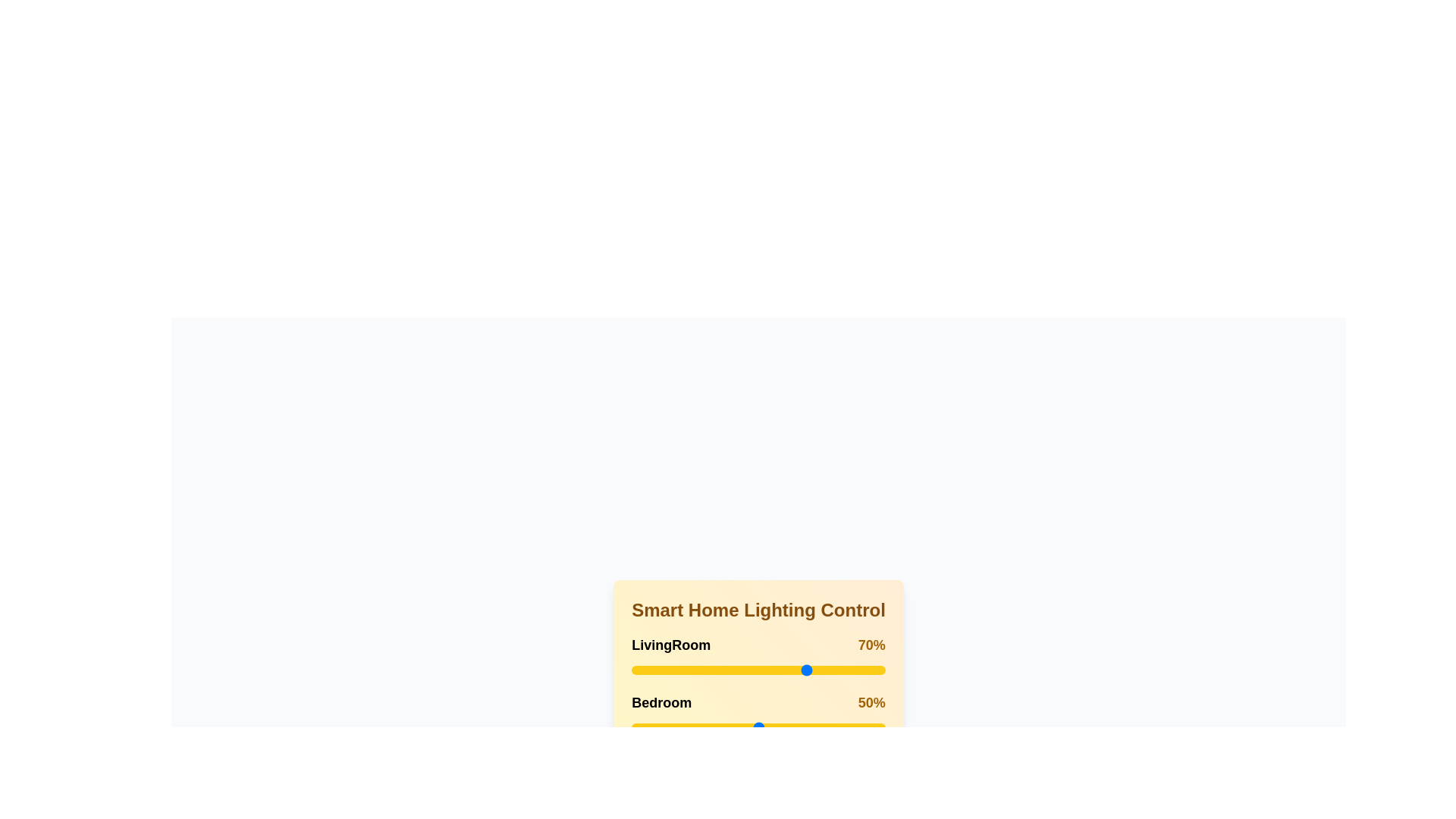 Image resolution: width=1456 pixels, height=819 pixels. What do you see at coordinates (654, 669) in the screenshot?
I see `the lighting control value` at bounding box center [654, 669].